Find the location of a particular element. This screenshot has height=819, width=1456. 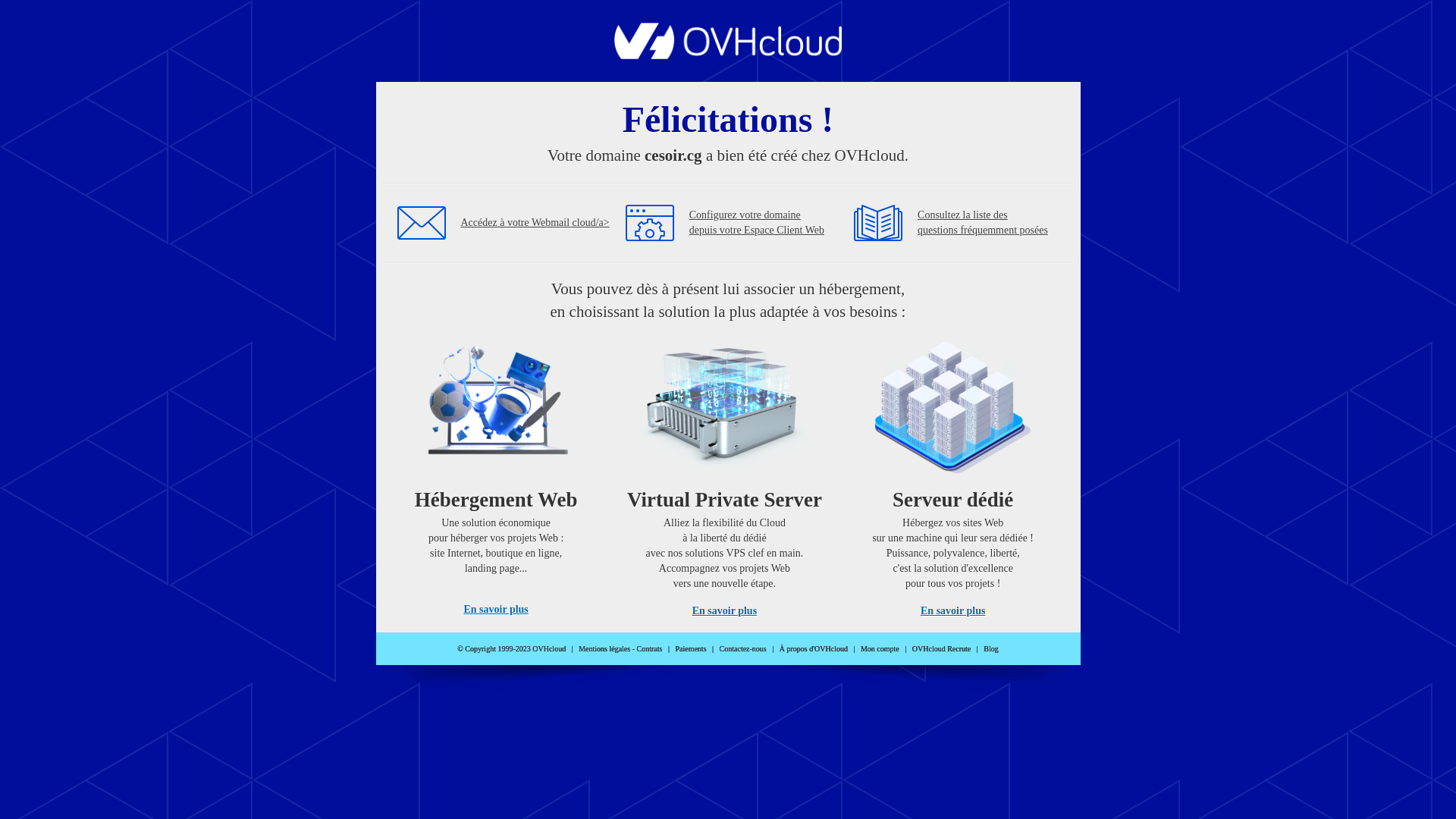

'Configurez votre domaine is located at coordinates (757, 222).